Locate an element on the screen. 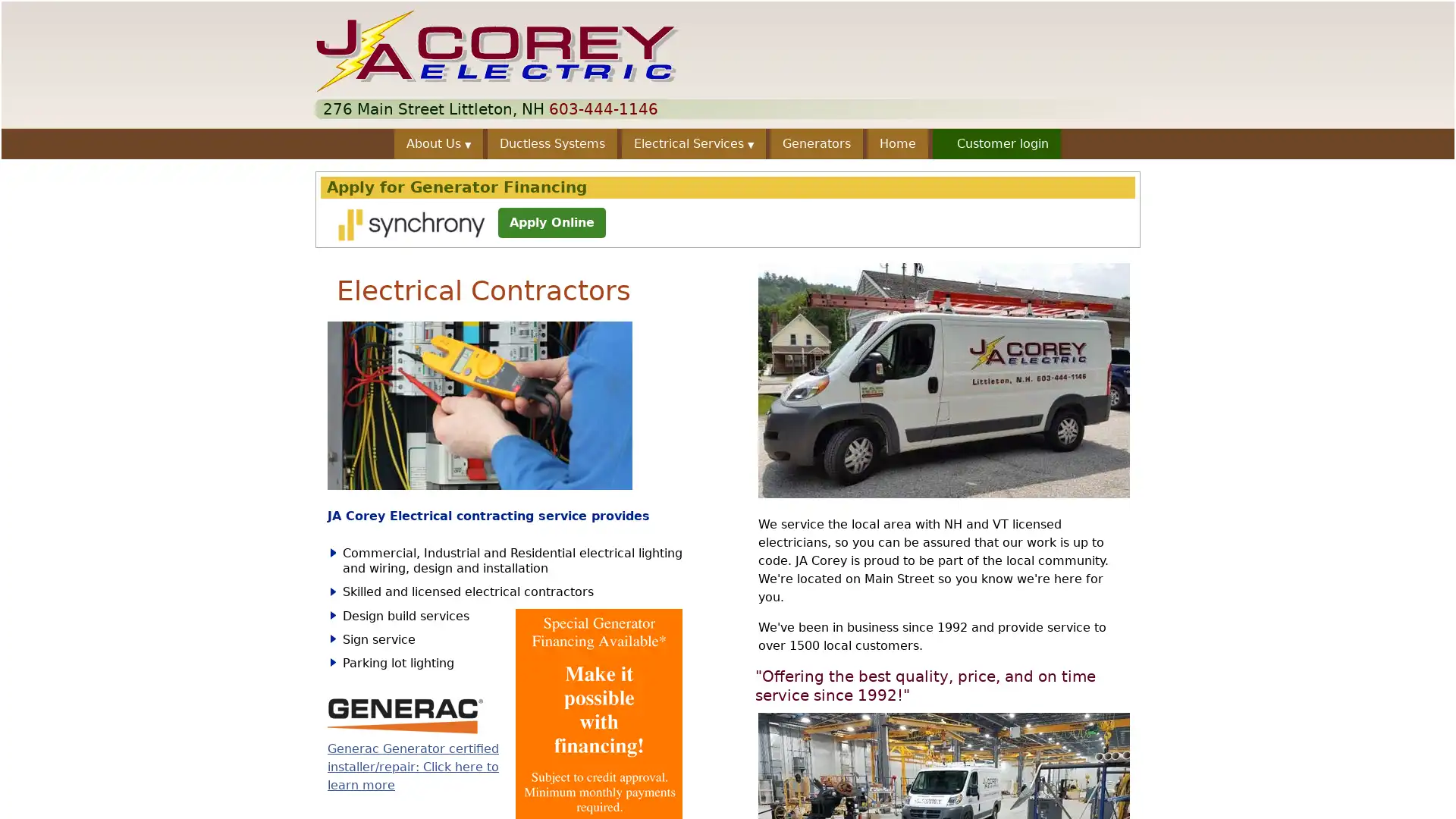 The width and height of the screenshot is (1456, 819). Apply Online is located at coordinates (551, 222).